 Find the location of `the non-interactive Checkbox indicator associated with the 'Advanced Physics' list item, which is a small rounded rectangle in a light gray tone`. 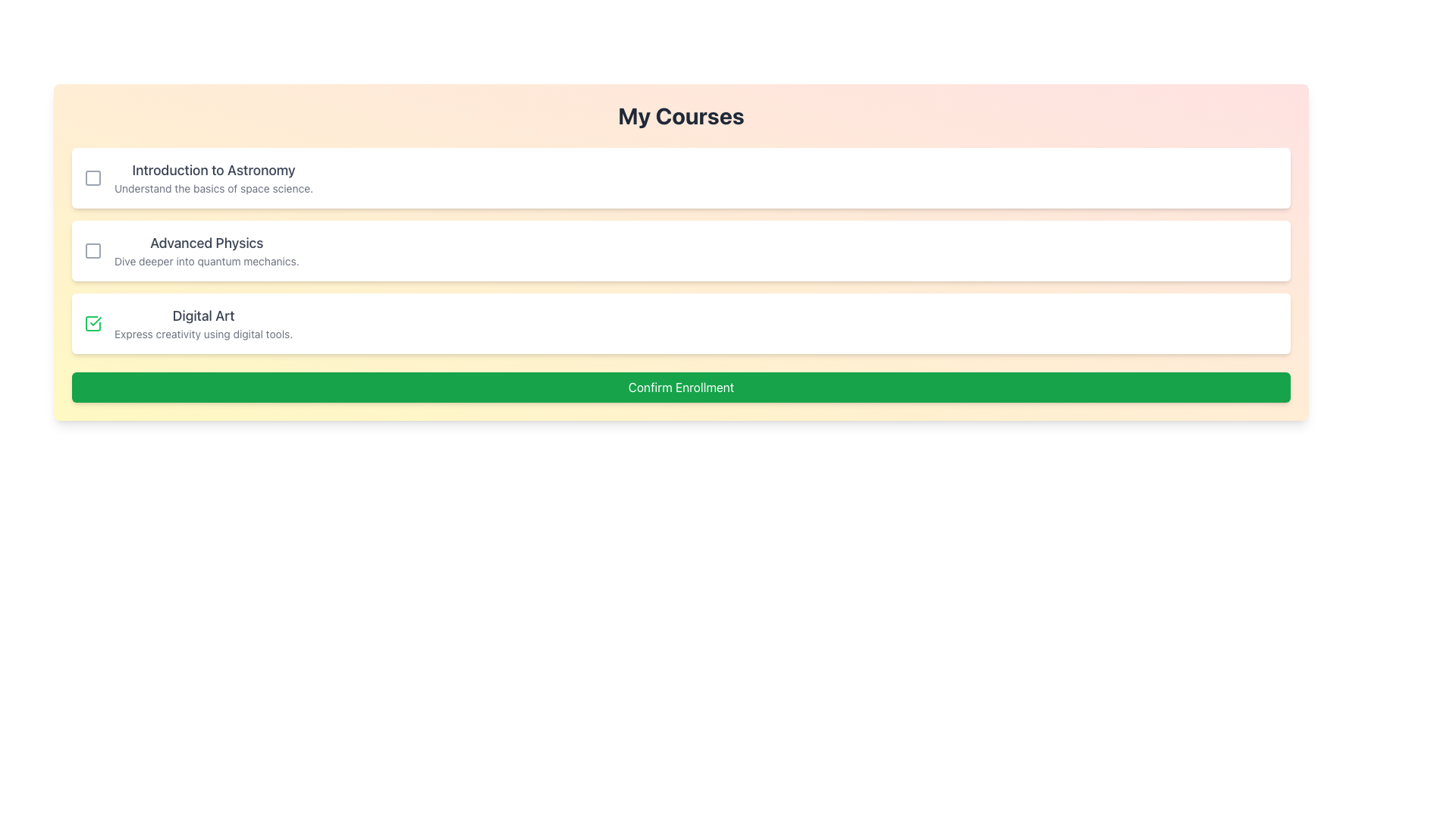

the non-interactive Checkbox indicator associated with the 'Advanced Physics' list item, which is a small rounded rectangle in a light gray tone is located at coordinates (93, 250).